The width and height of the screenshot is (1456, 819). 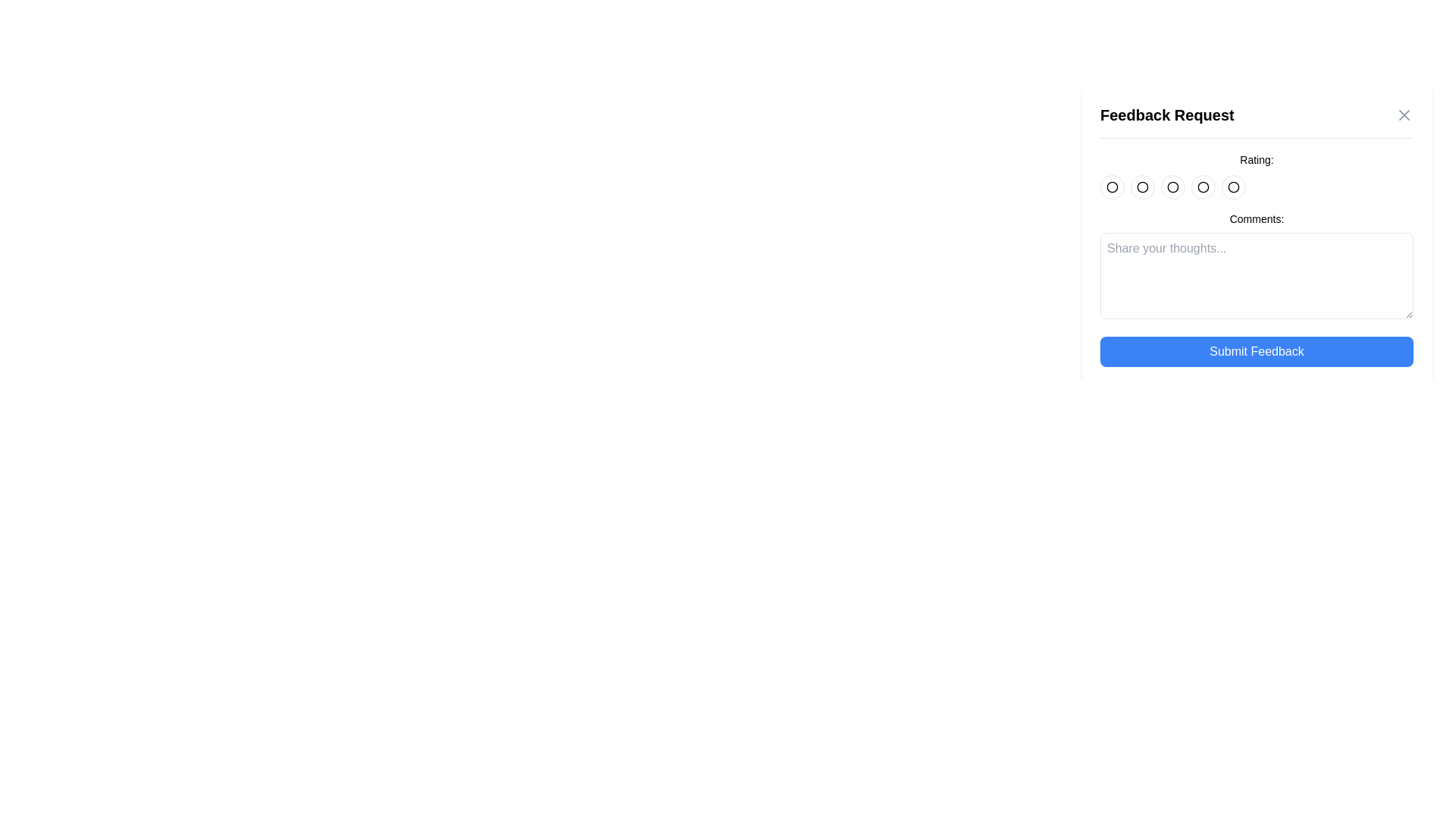 I want to click on the first radio button in the 'Rating' section of the 'Feedback Request' dialog box, so click(x=1112, y=186).